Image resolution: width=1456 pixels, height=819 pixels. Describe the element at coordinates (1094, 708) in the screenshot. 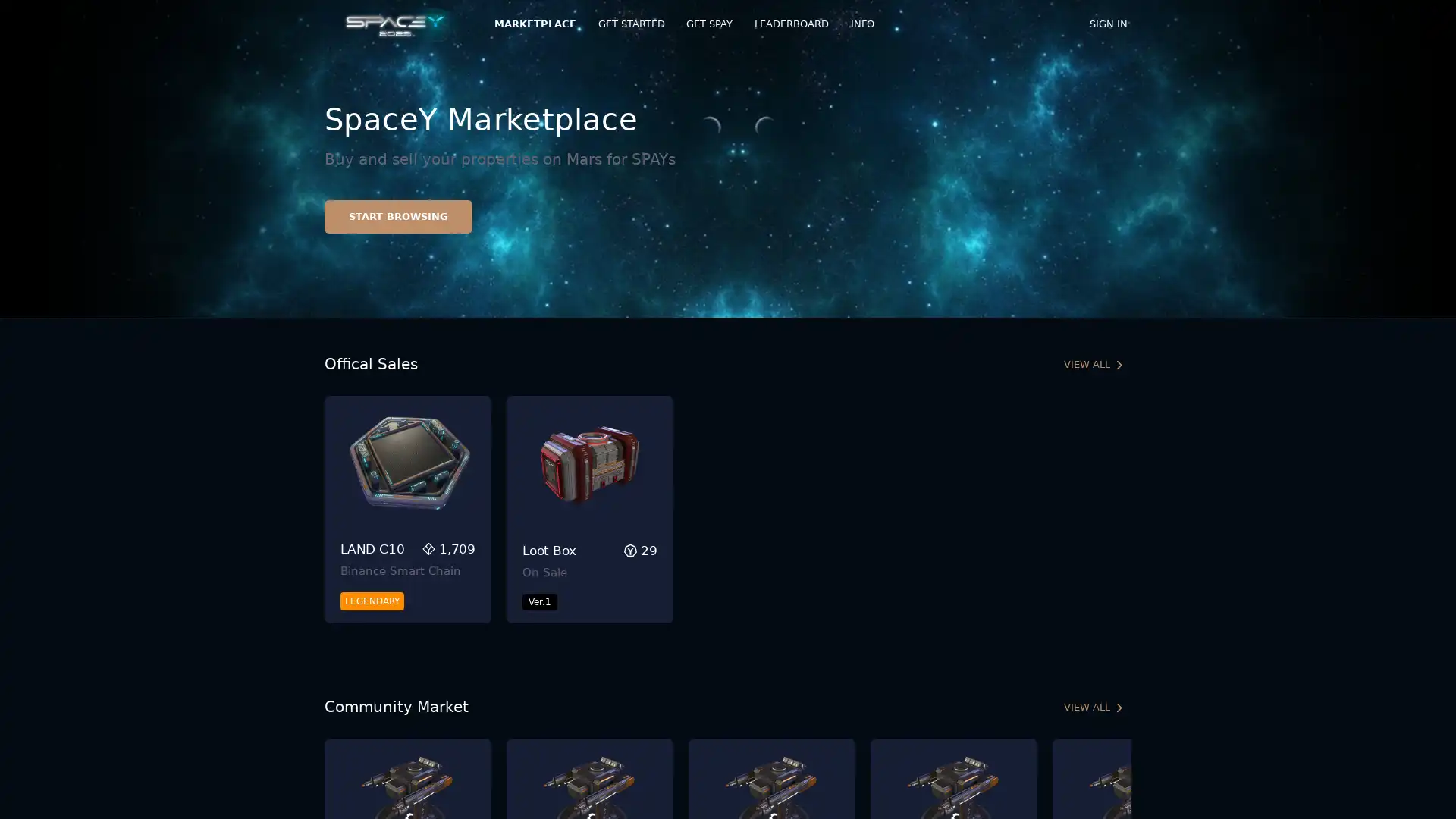

I see `VIEW ALL` at that location.